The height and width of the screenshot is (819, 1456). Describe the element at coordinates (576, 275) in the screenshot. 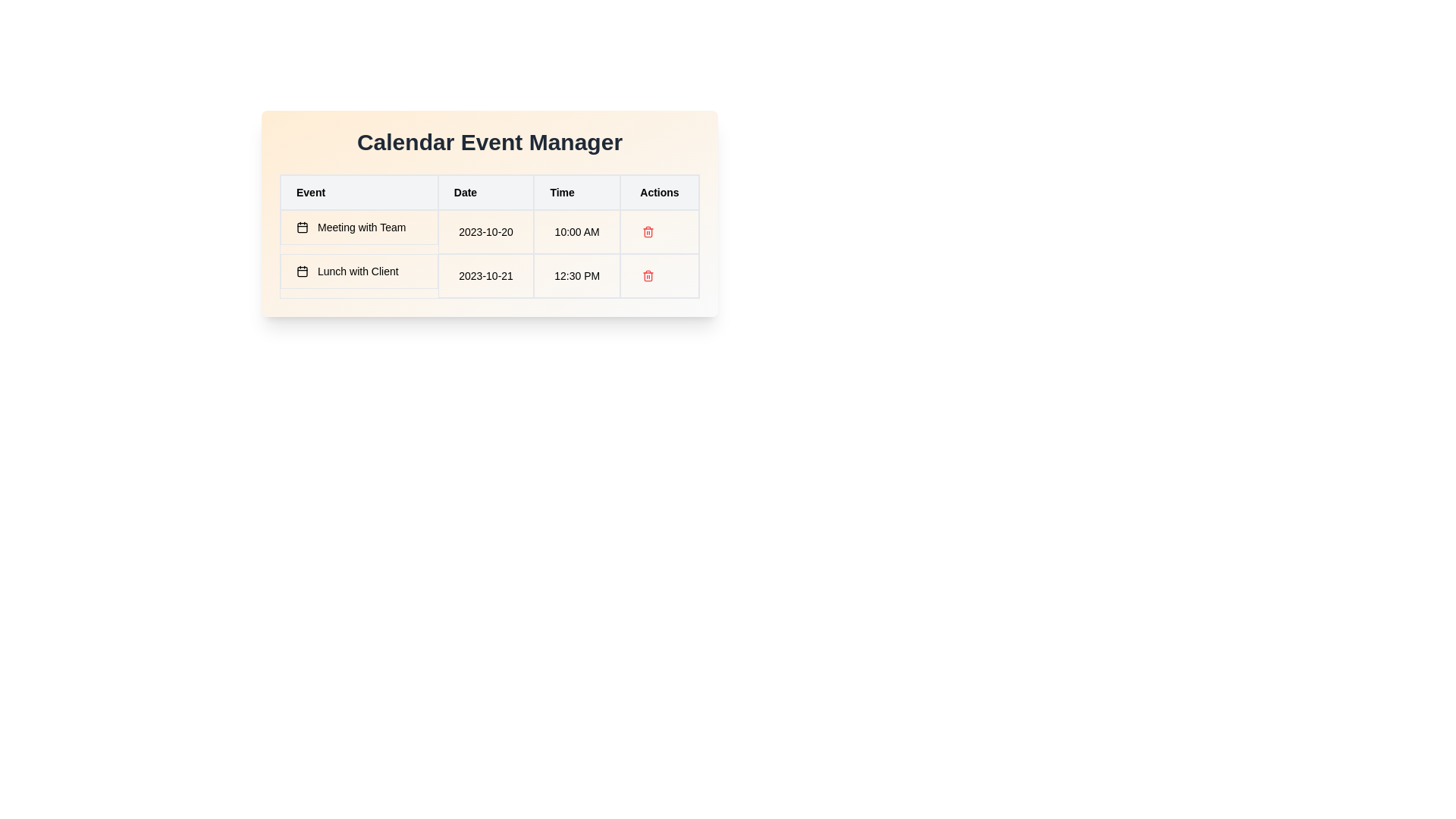

I see `time displayed in the 'Time' column of the second row for the 'Lunch with Client' event, which shows '12:30 PM'` at that location.